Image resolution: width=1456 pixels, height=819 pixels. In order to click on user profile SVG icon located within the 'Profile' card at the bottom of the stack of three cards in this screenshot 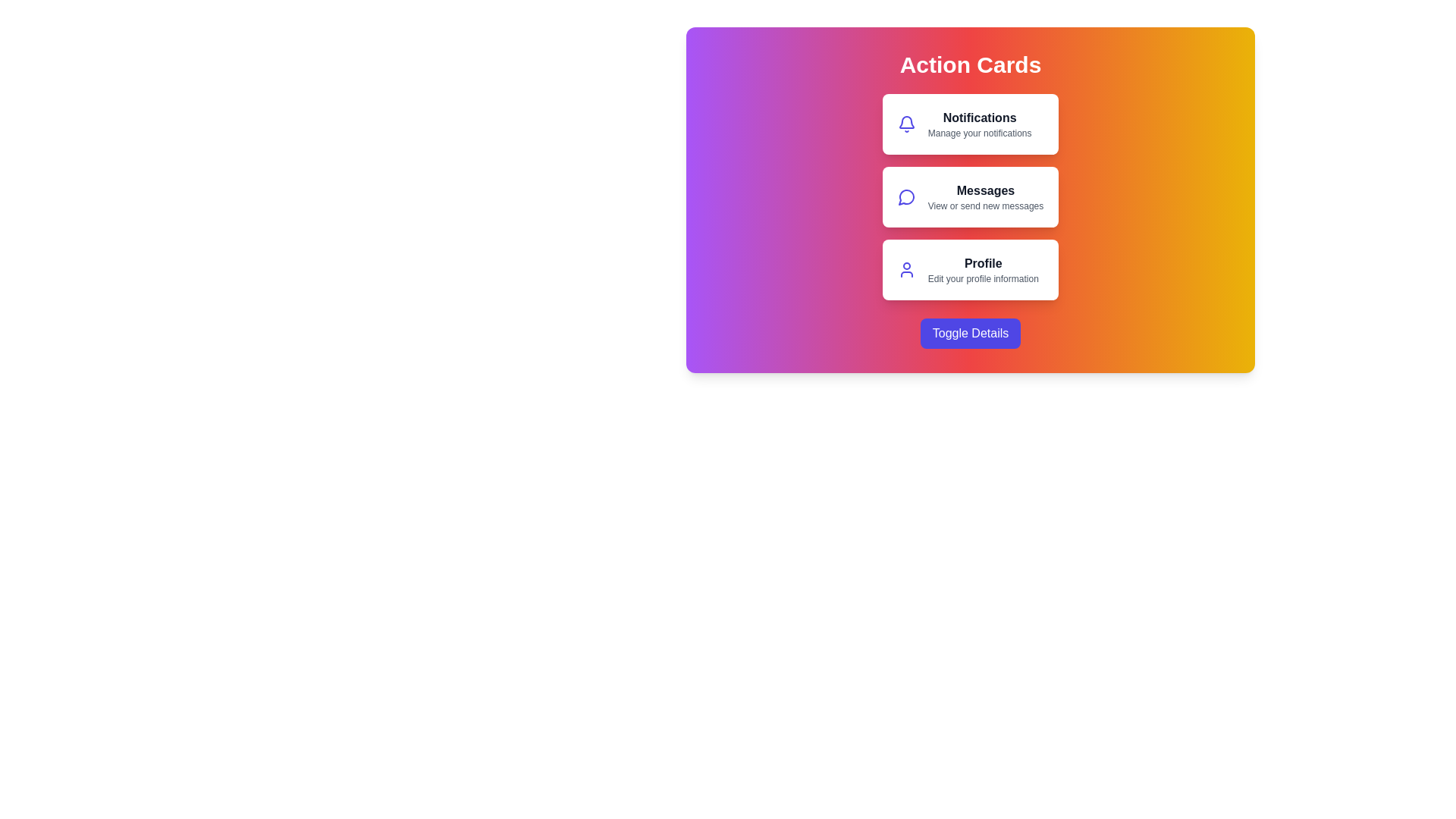, I will do `click(906, 268)`.